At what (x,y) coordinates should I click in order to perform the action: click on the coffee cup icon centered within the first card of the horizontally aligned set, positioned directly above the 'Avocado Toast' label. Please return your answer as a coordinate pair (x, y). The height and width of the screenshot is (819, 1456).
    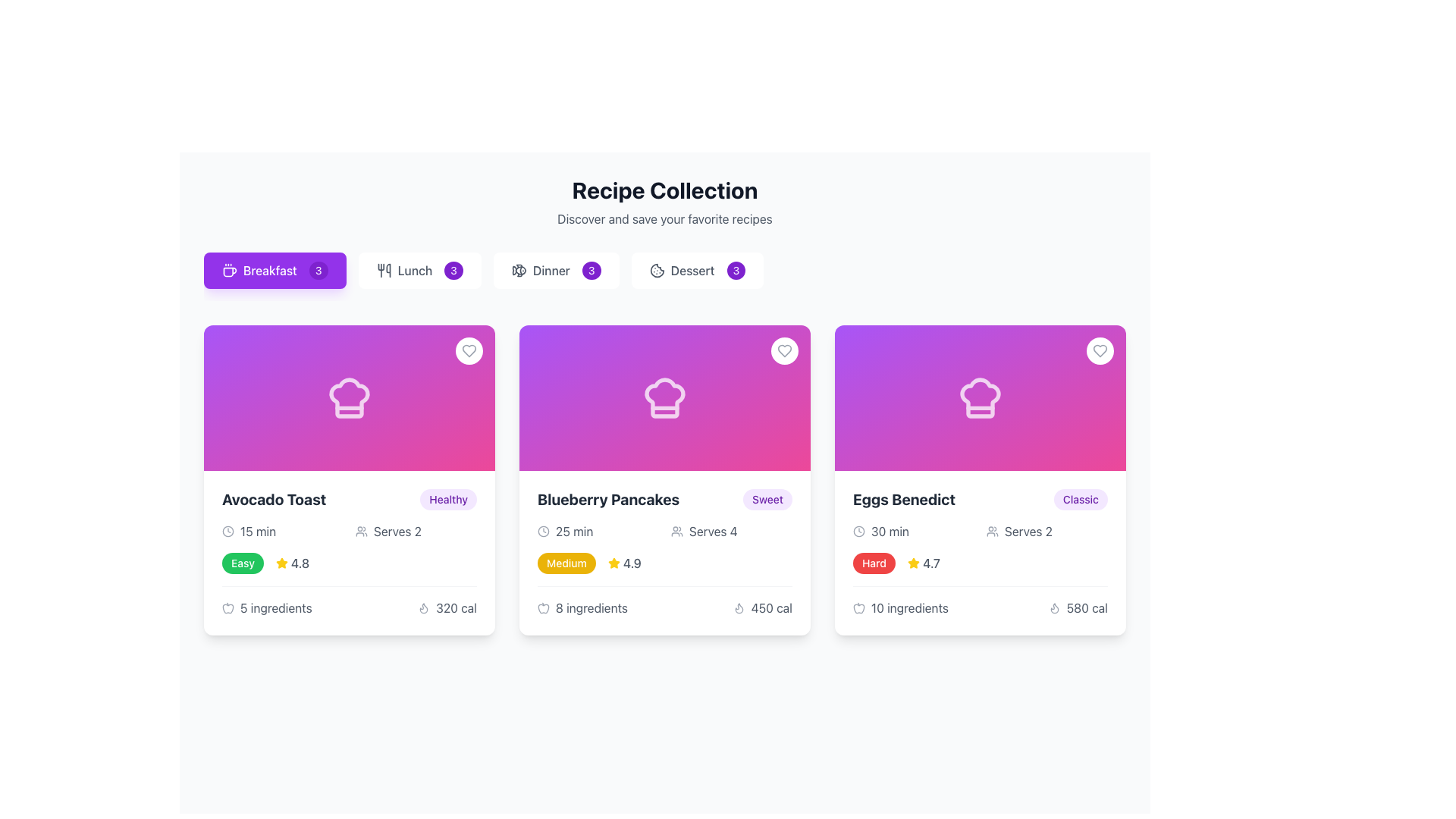
    Looking at the image, I should click on (229, 271).